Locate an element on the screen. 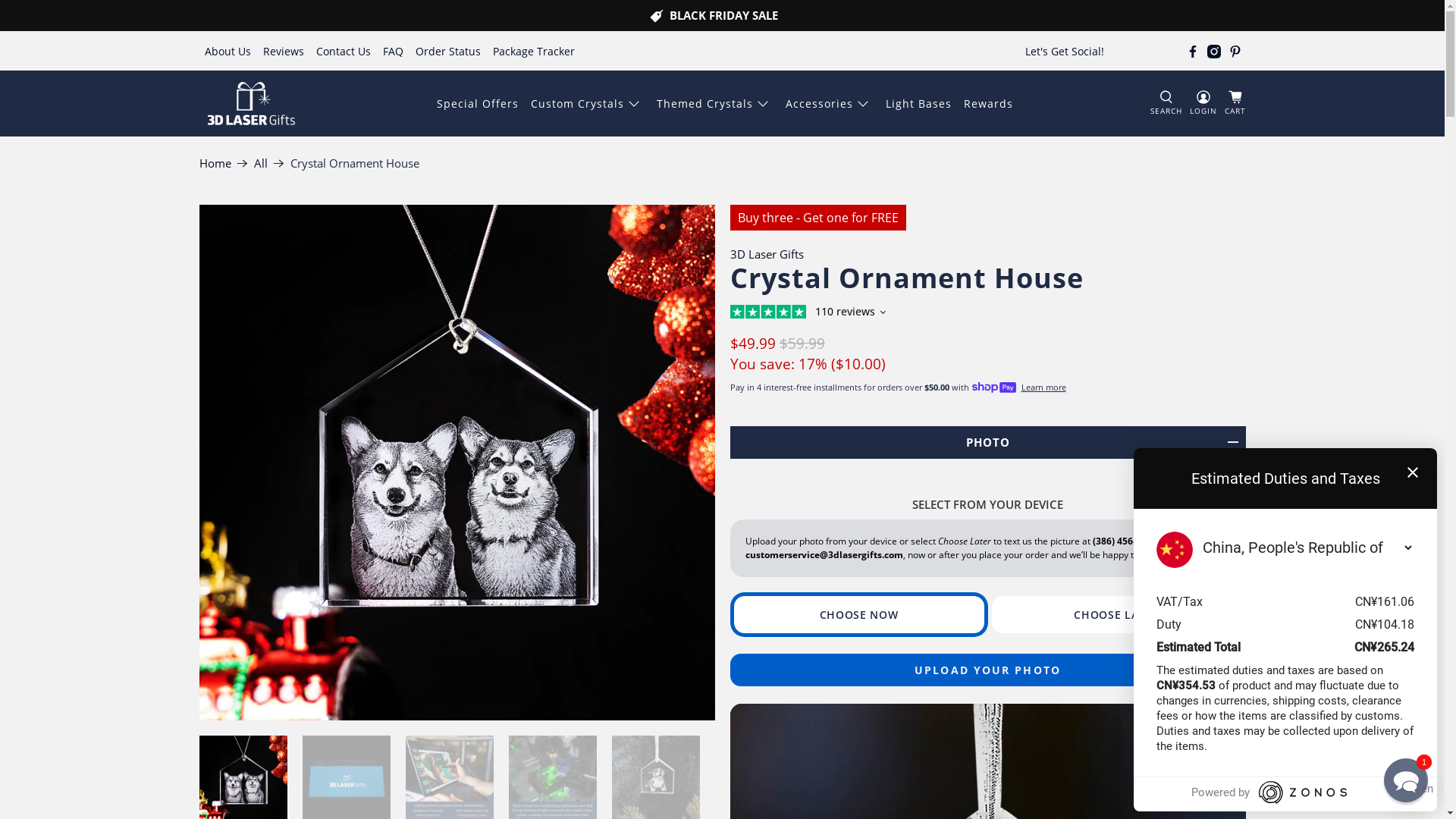 The height and width of the screenshot is (819, 1456). 'Contact Us' is located at coordinates (342, 50).